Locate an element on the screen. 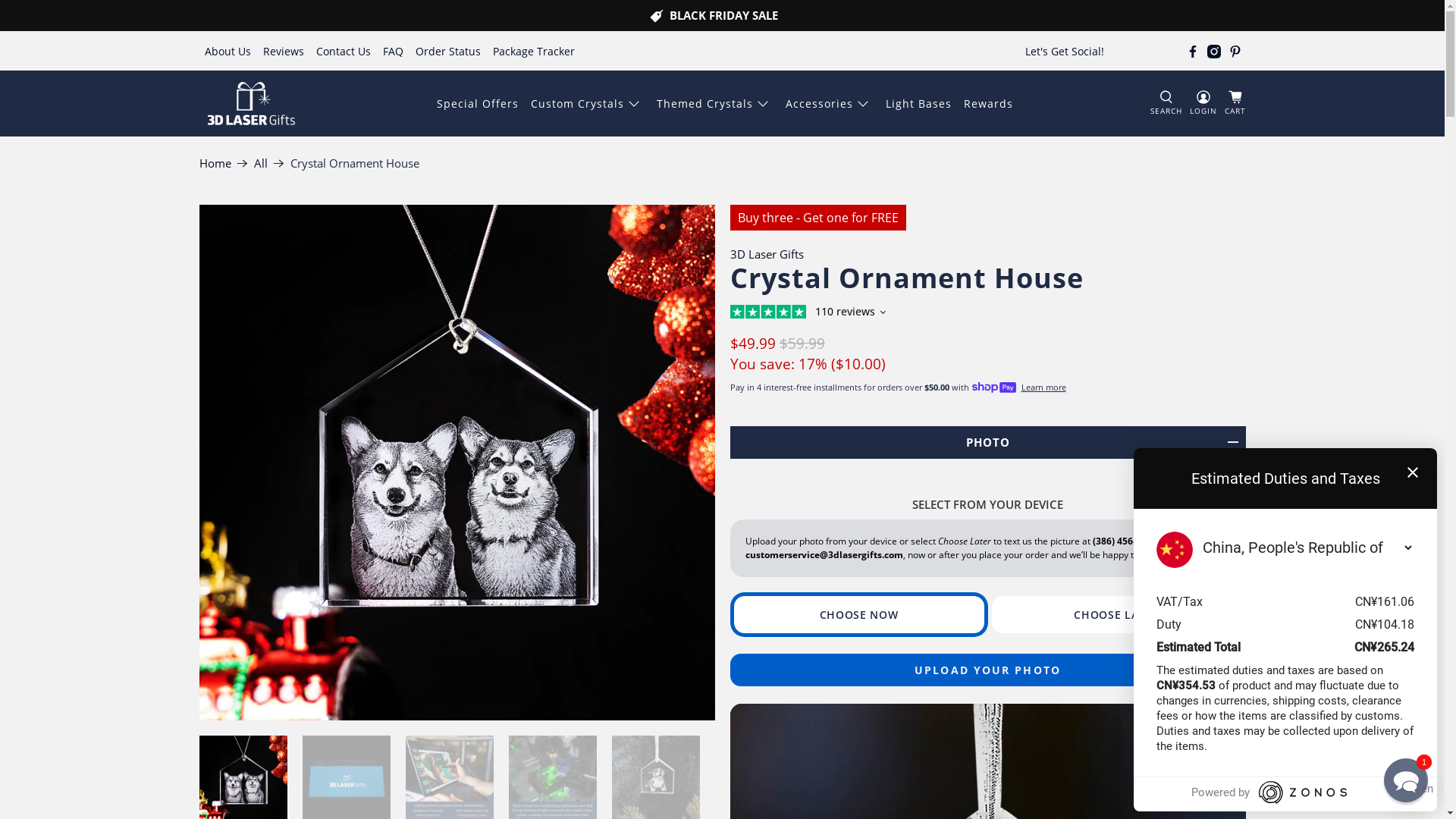 The height and width of the screenshot is (819, 1456). 'Contact Us' is located at coordinates (342, 50).